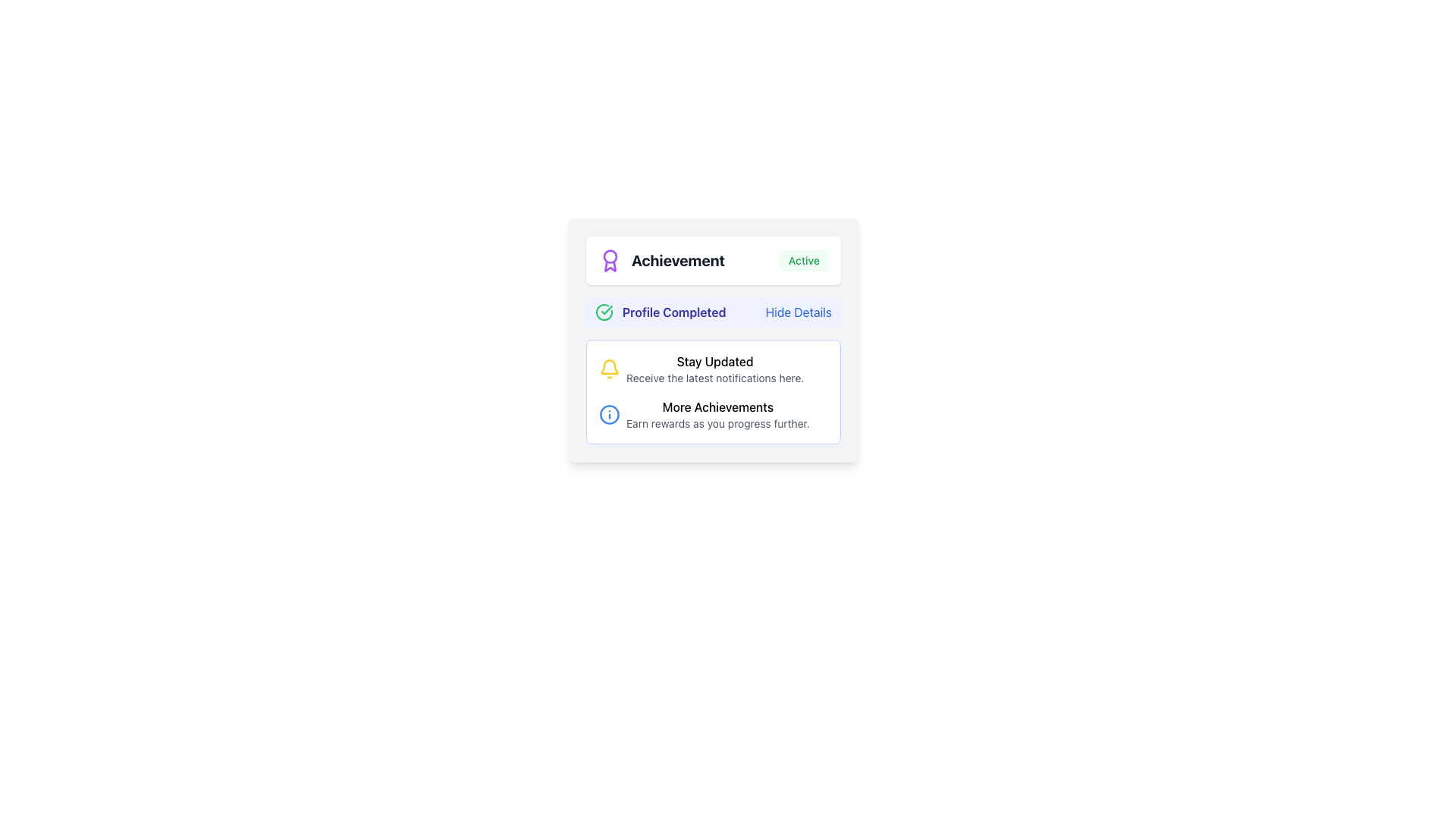 The image size is (1456, 819). I want to click on the achievement icon located on the left side of the 'Achievement' title text in the header of the achievement section, so click(610, 259).